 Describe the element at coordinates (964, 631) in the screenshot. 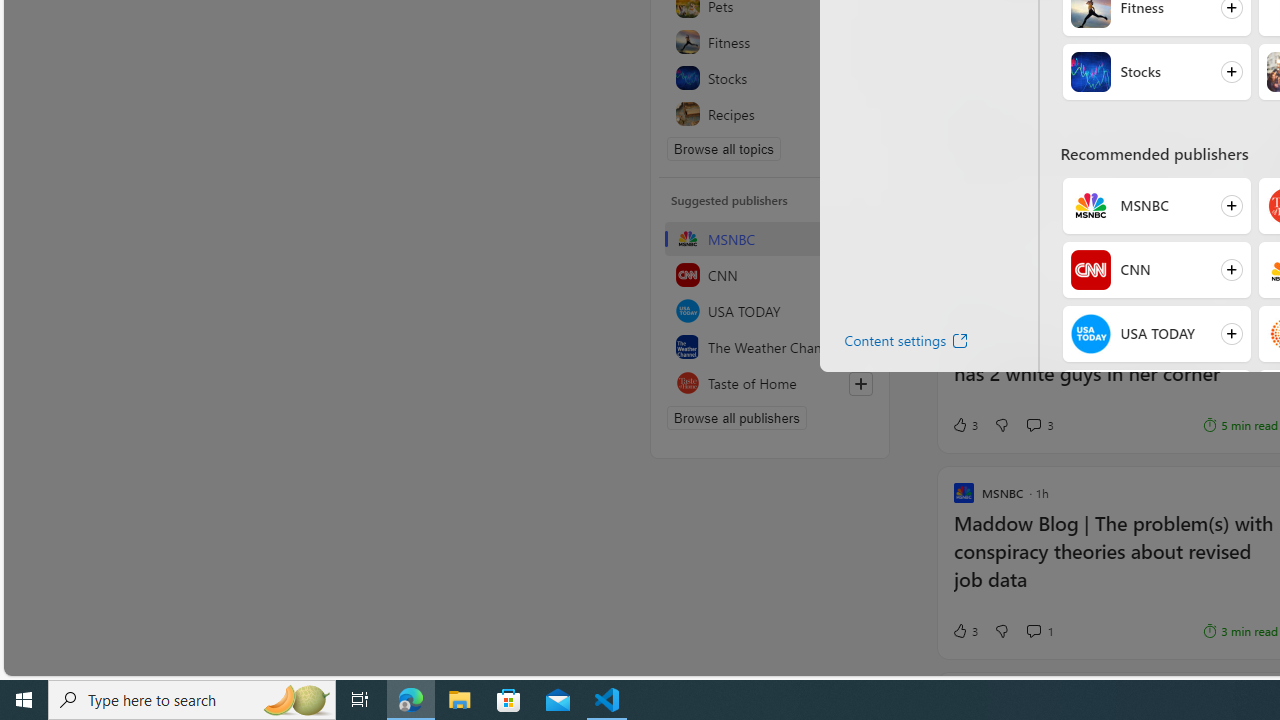

I see `'3 Like'` at that location.